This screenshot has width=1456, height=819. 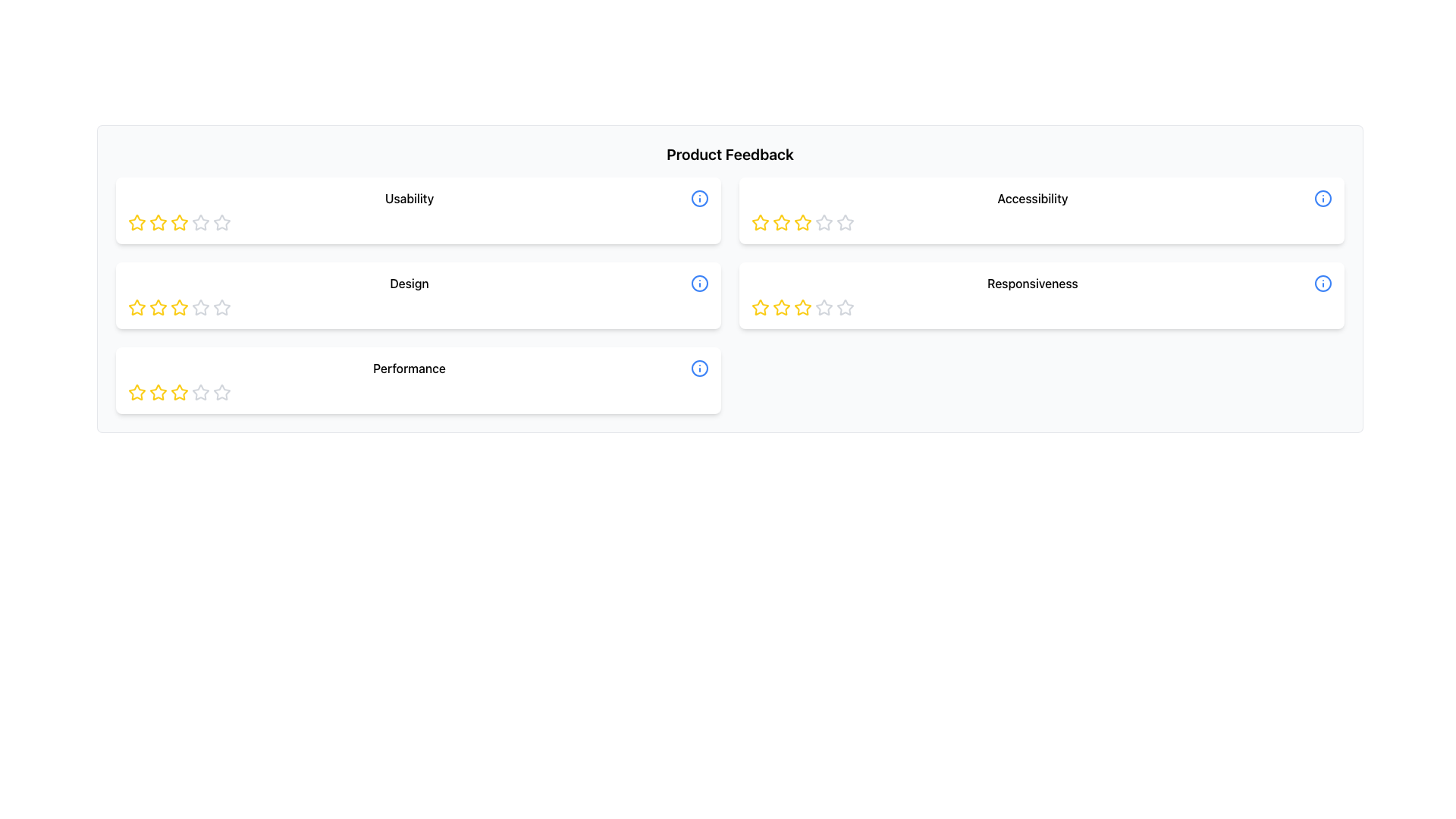 What do you see at coordinates (137, 391) in the screenshot?
I see `the first star icon in the 'Performance' rating section` at bounding box center [137, 391].